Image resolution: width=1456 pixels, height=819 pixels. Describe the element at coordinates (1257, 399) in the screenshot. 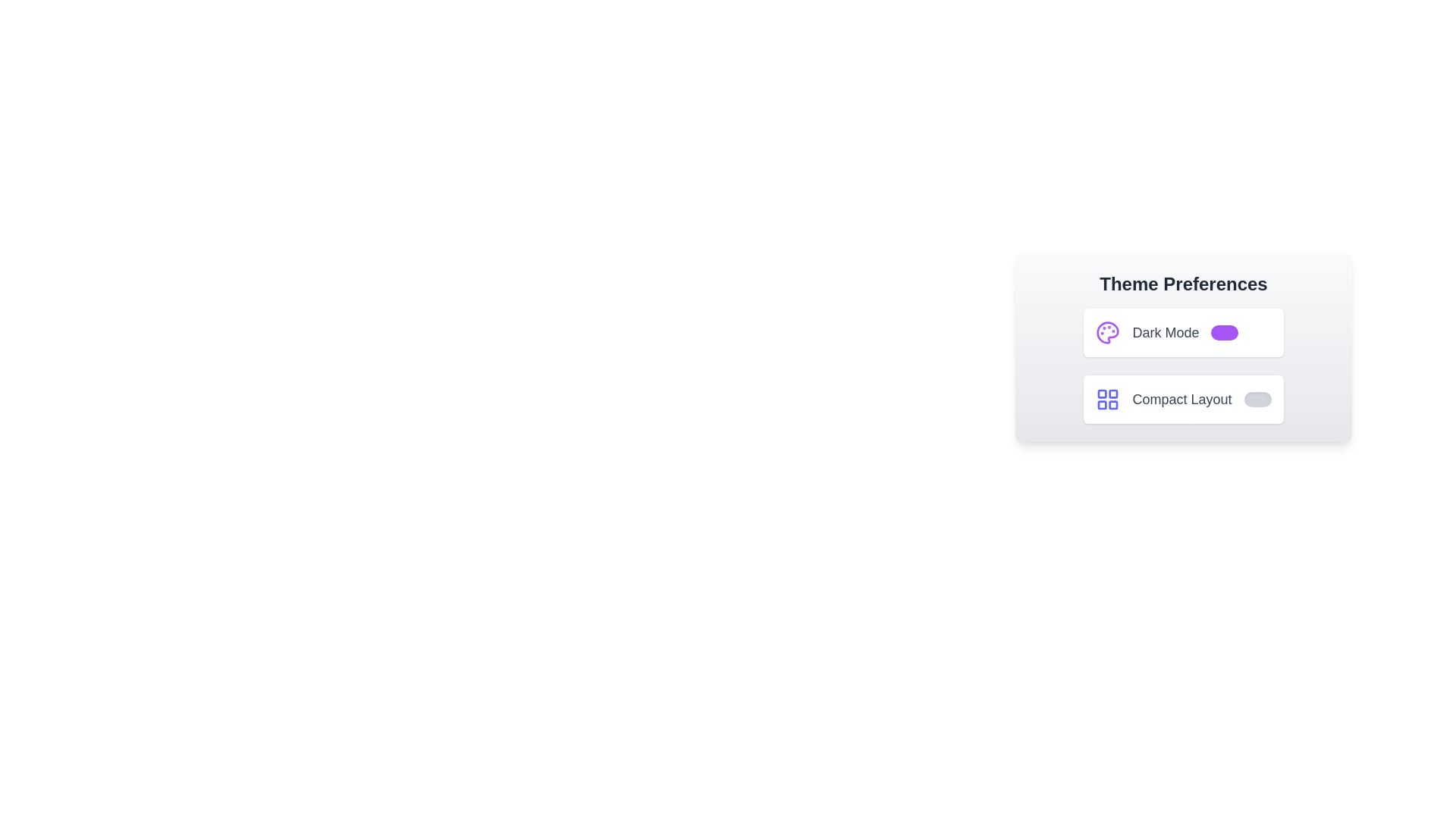

I see `the 'Compact Layout' switch to toggle its state` at that location.